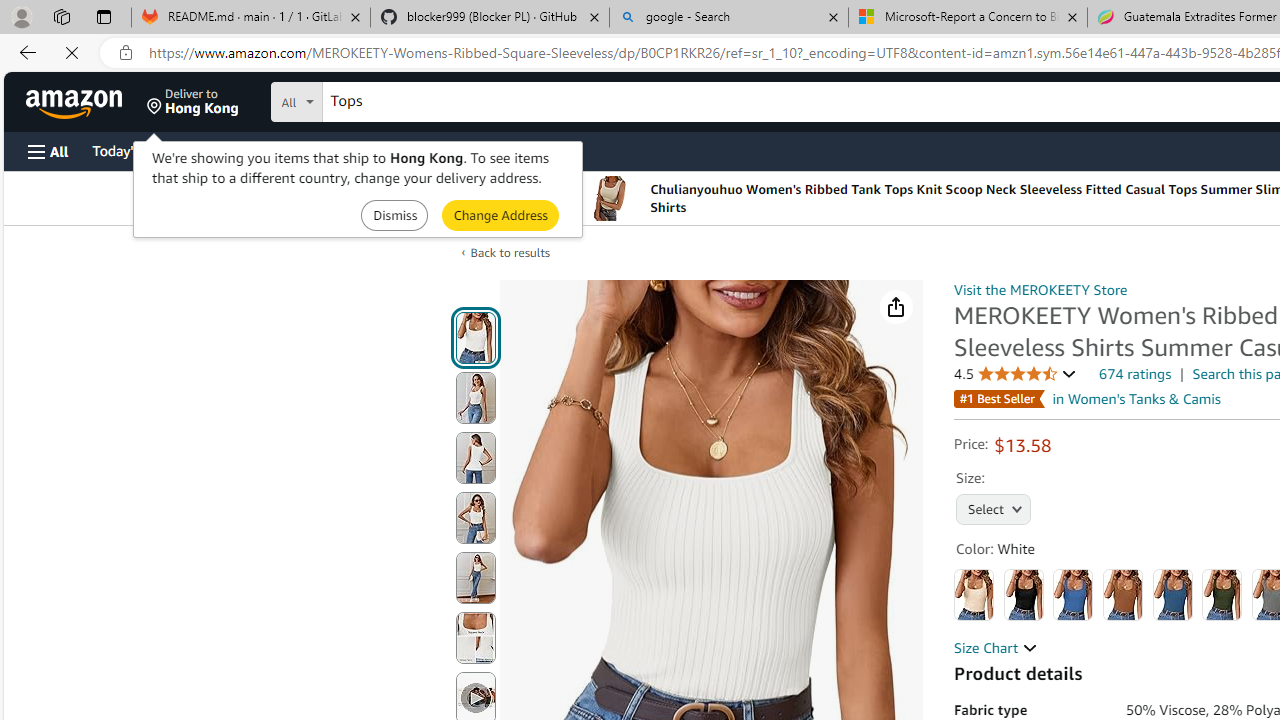 This screenshot has width=1280, height=720. I want to click on 'Green', so click(1221, 594).